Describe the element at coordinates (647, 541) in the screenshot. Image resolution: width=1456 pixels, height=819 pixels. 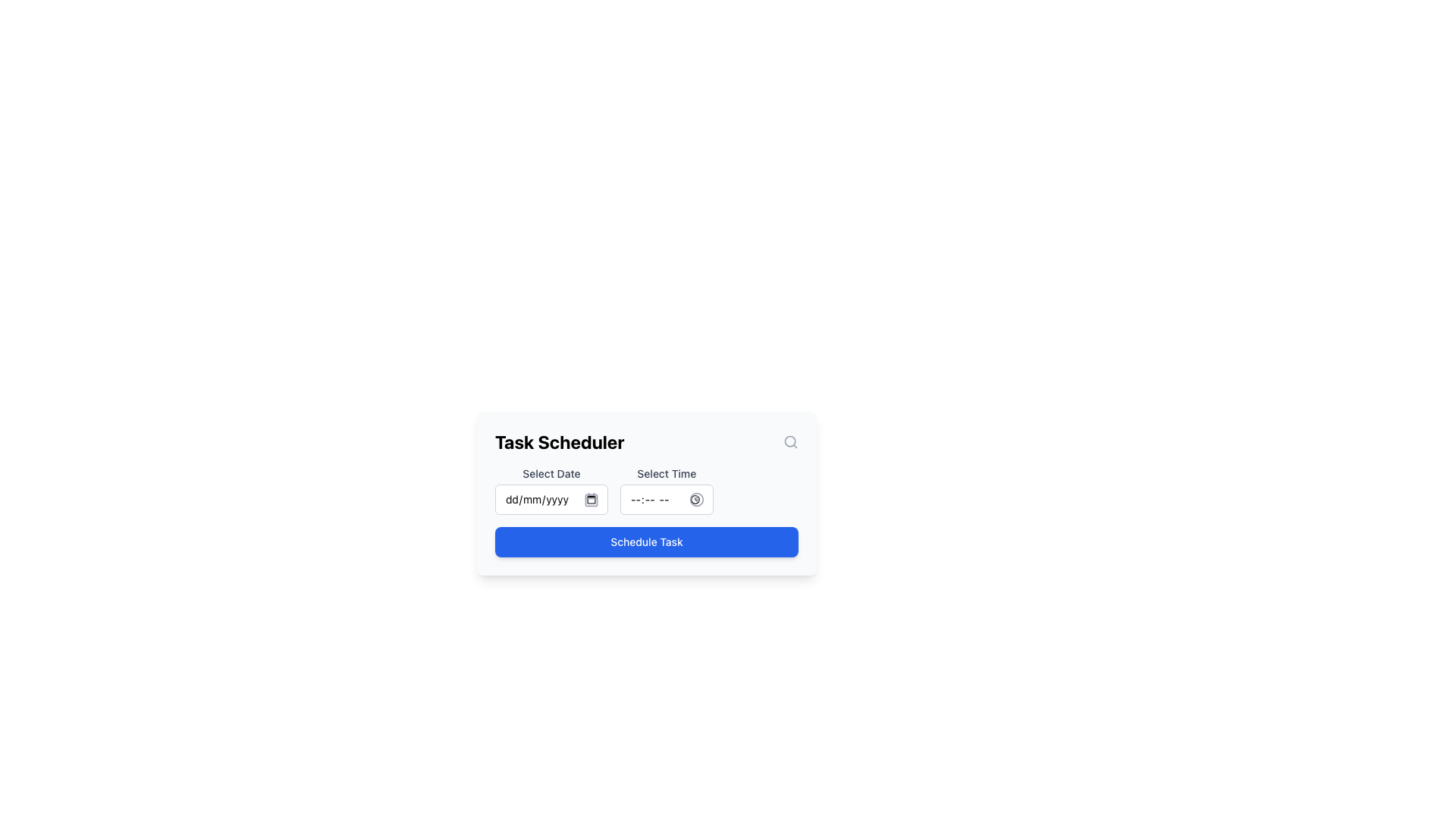
I see `the 'Schedule Task' button with a blue background and white text` at that location.